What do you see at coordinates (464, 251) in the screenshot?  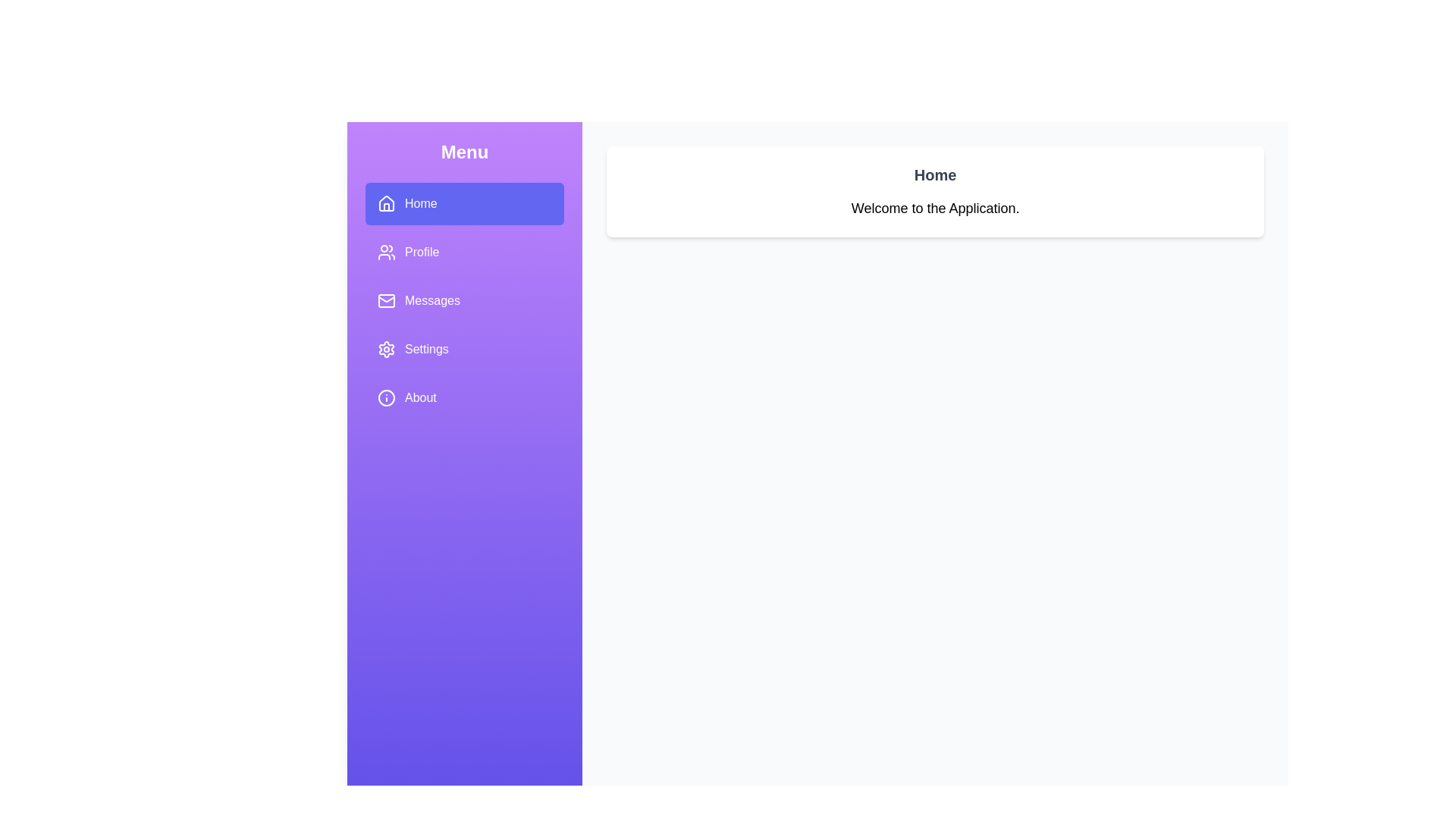 I see `the Navigation menu item located in the sidebar, directly beneath the 'Home' option and above the 'Messages' option` at bounding box center [464, 251].